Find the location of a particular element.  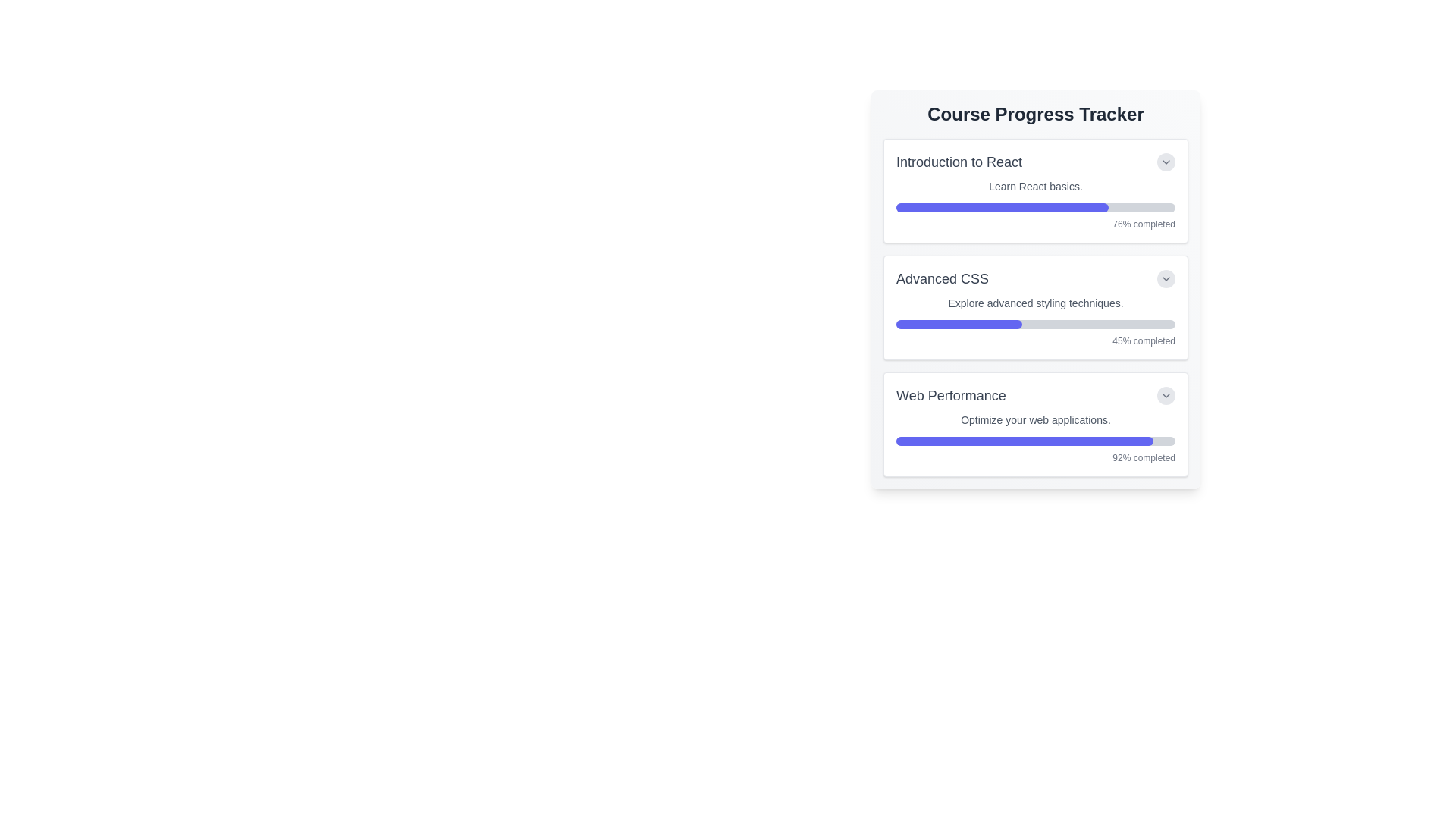

the descriptive subtitle of the course 'Introduction to React' to trigger a tooltip or additional action is located at coordinates (1035, 186).